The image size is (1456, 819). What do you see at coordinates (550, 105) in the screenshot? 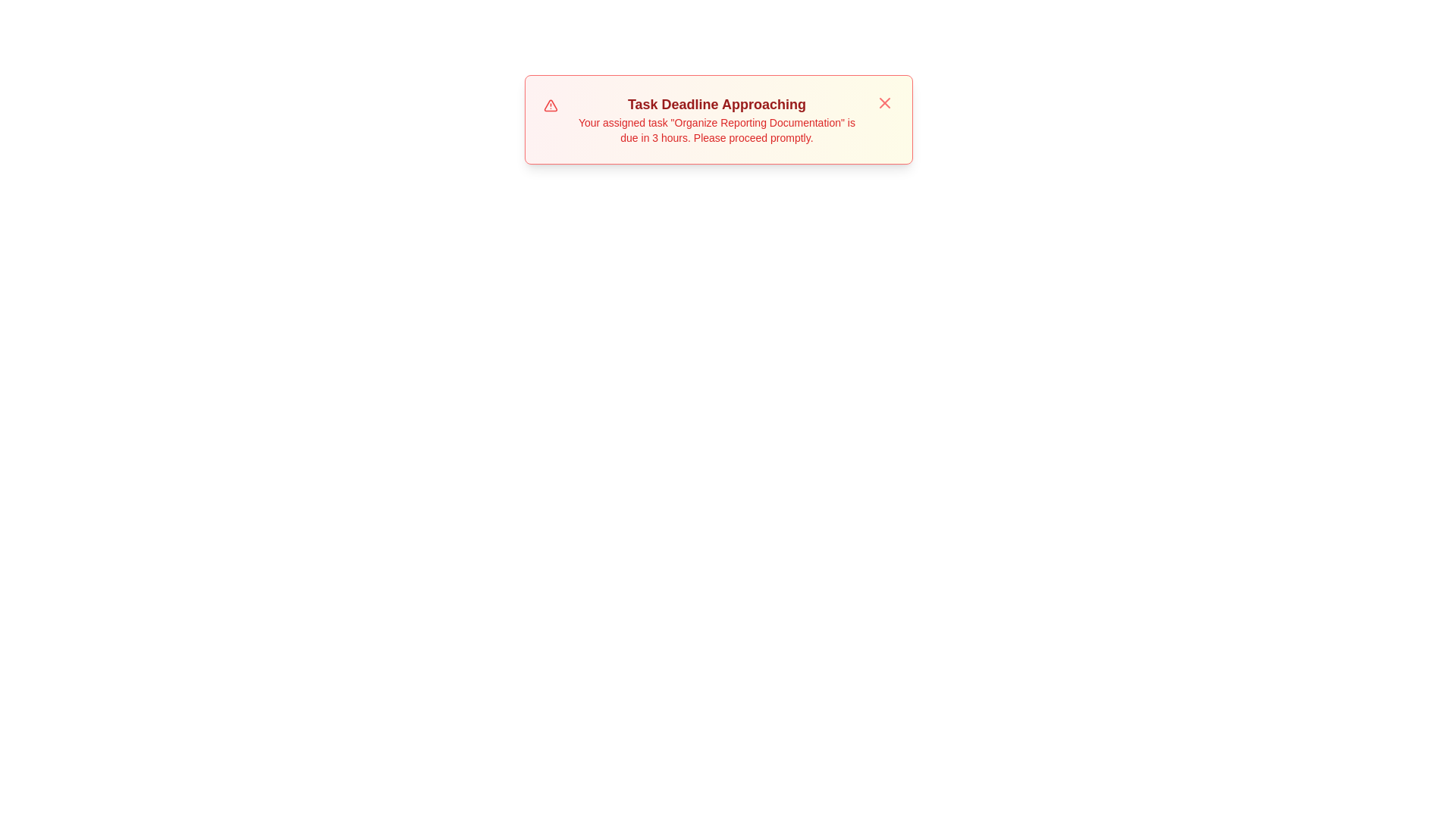
I see `the critical notification icon located at the far left of the notification box next to the heading 'Task Deadline Approaching'` at bounding box center [550, 105].